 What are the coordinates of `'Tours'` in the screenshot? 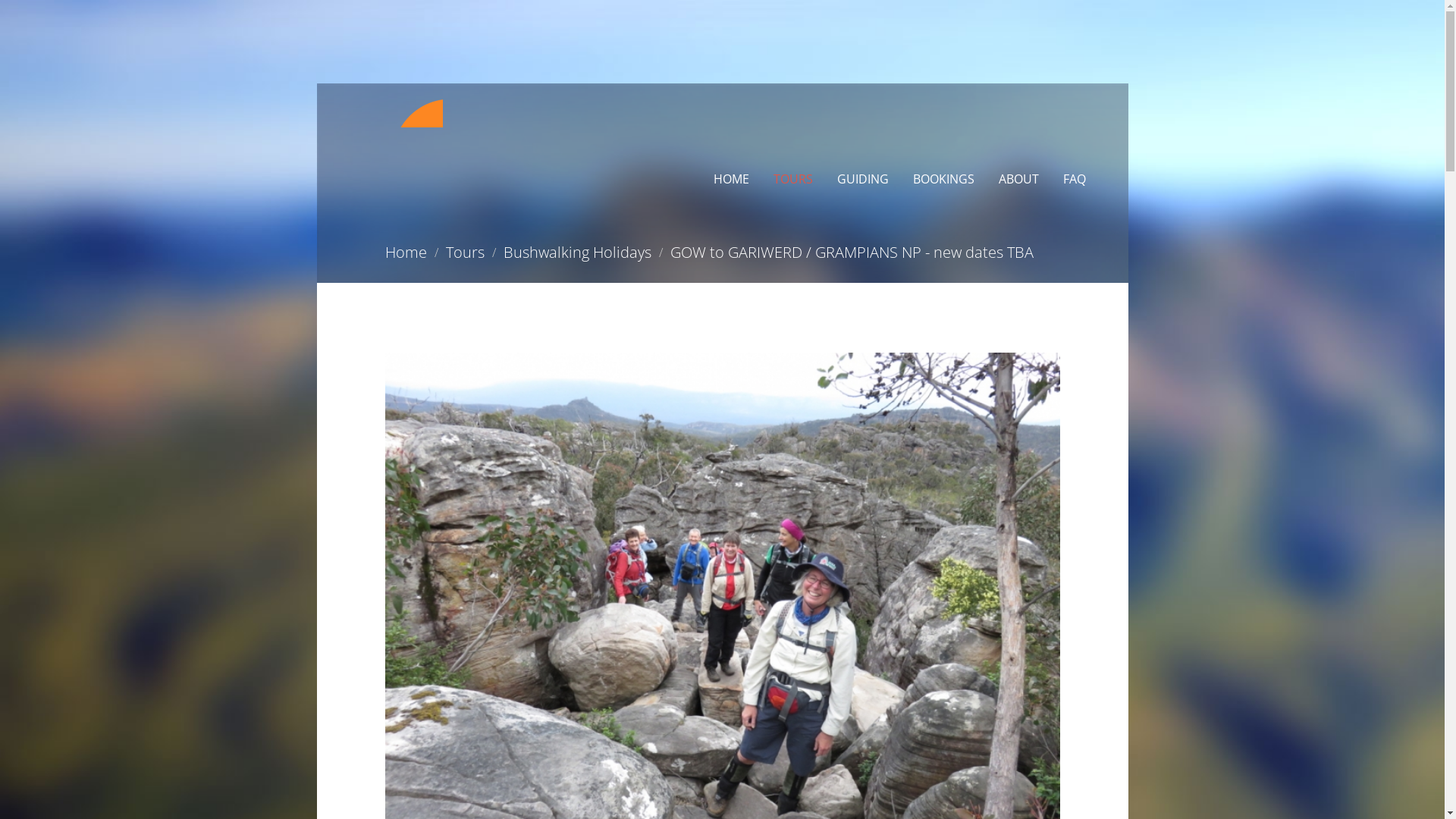 It's located at (464, 251).